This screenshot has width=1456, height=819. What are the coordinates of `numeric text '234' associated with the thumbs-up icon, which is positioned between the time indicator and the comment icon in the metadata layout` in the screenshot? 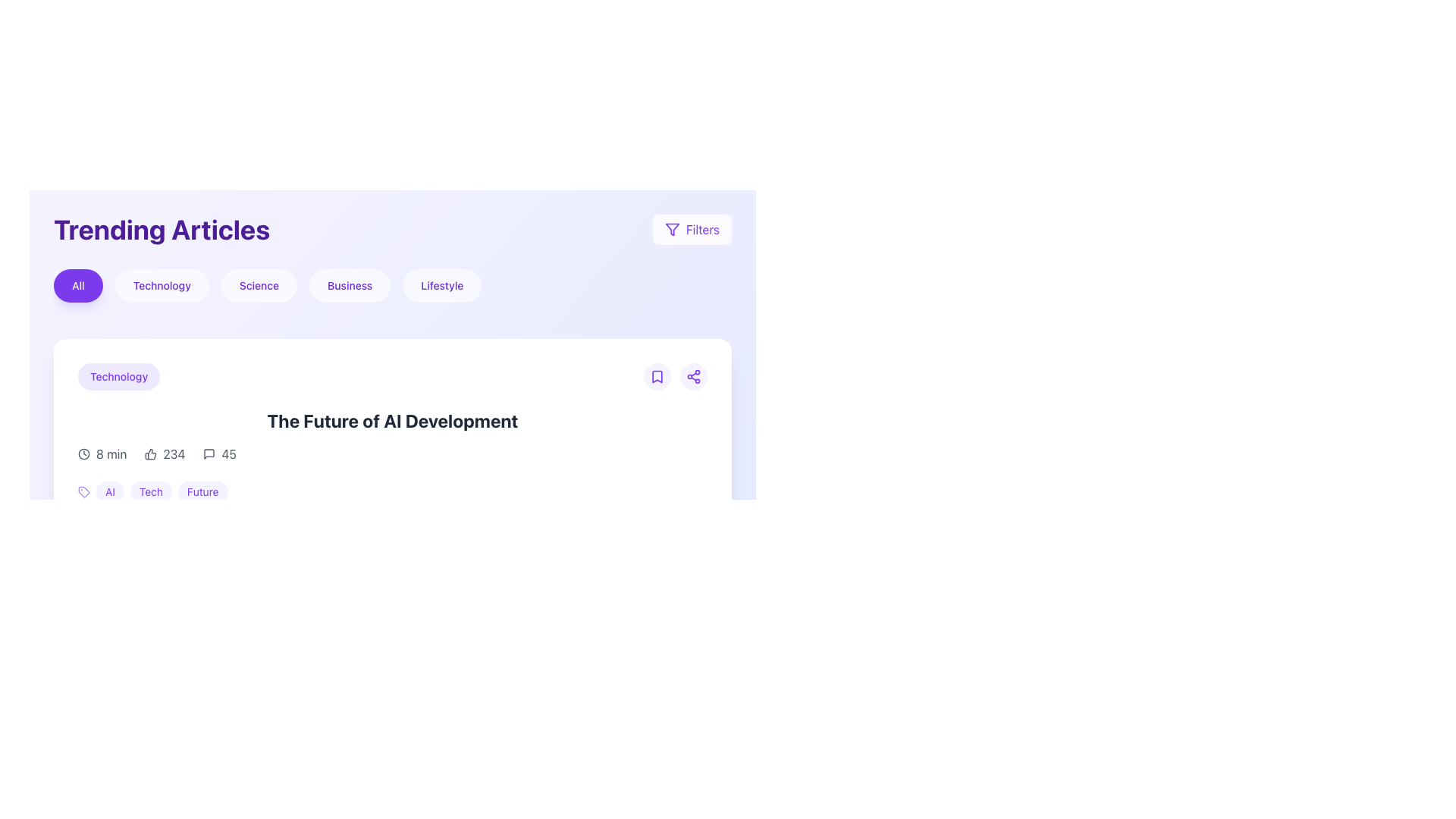 It's located at (165, 453).